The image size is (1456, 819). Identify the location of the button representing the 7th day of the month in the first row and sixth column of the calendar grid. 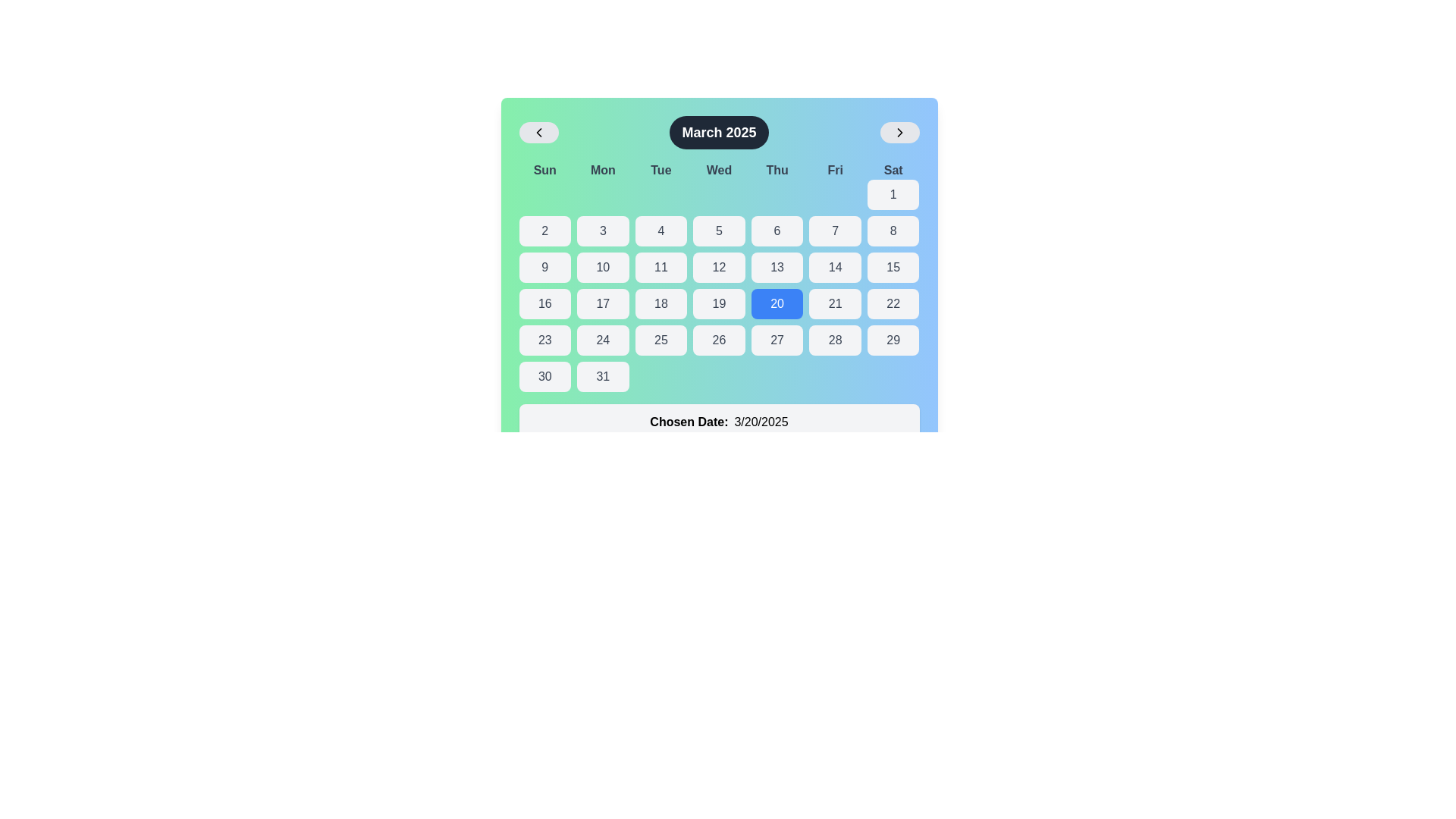
(834, 231).